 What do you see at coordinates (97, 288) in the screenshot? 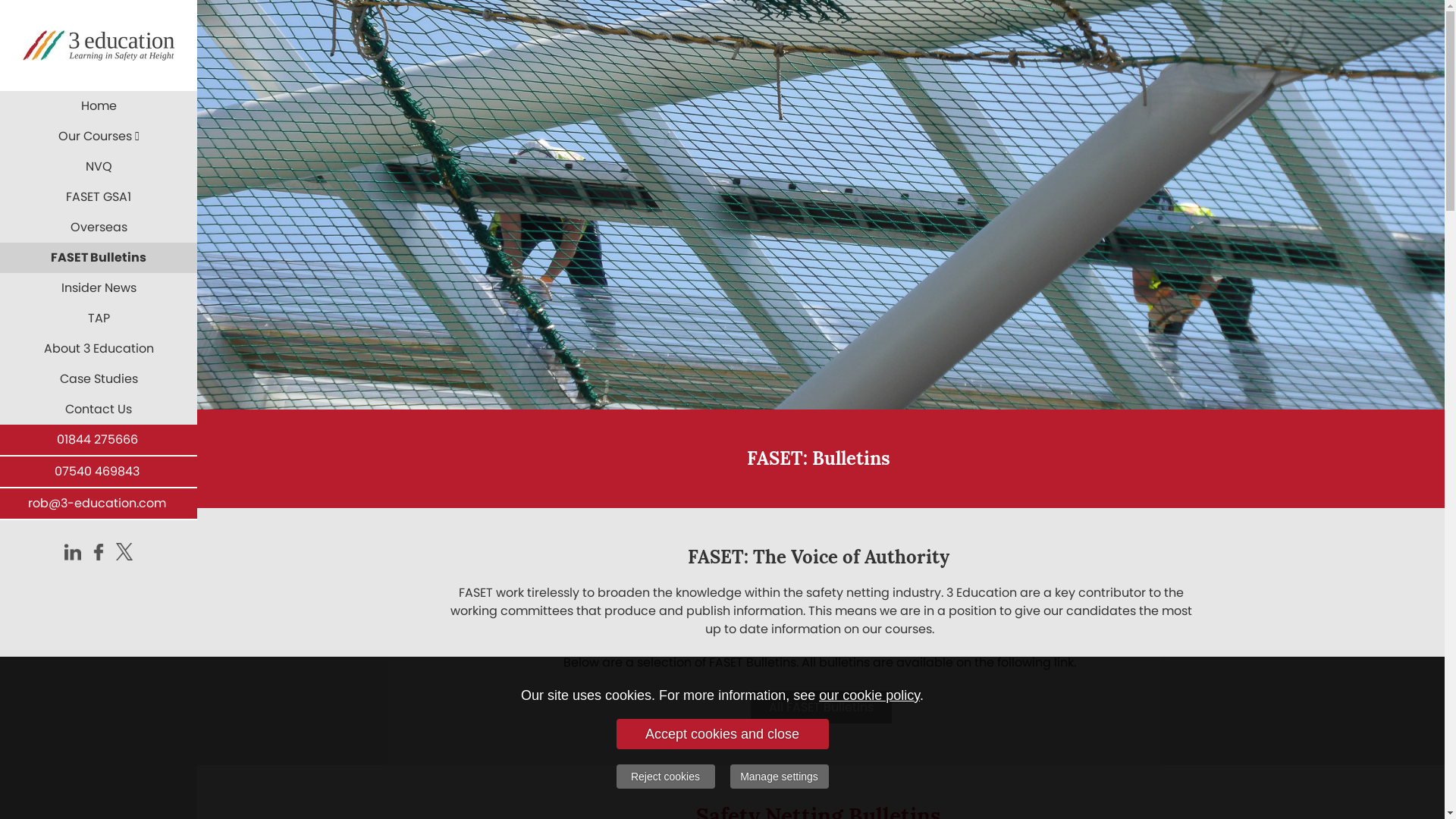
I see `'Insider News'` at bounding box center [97, 288].